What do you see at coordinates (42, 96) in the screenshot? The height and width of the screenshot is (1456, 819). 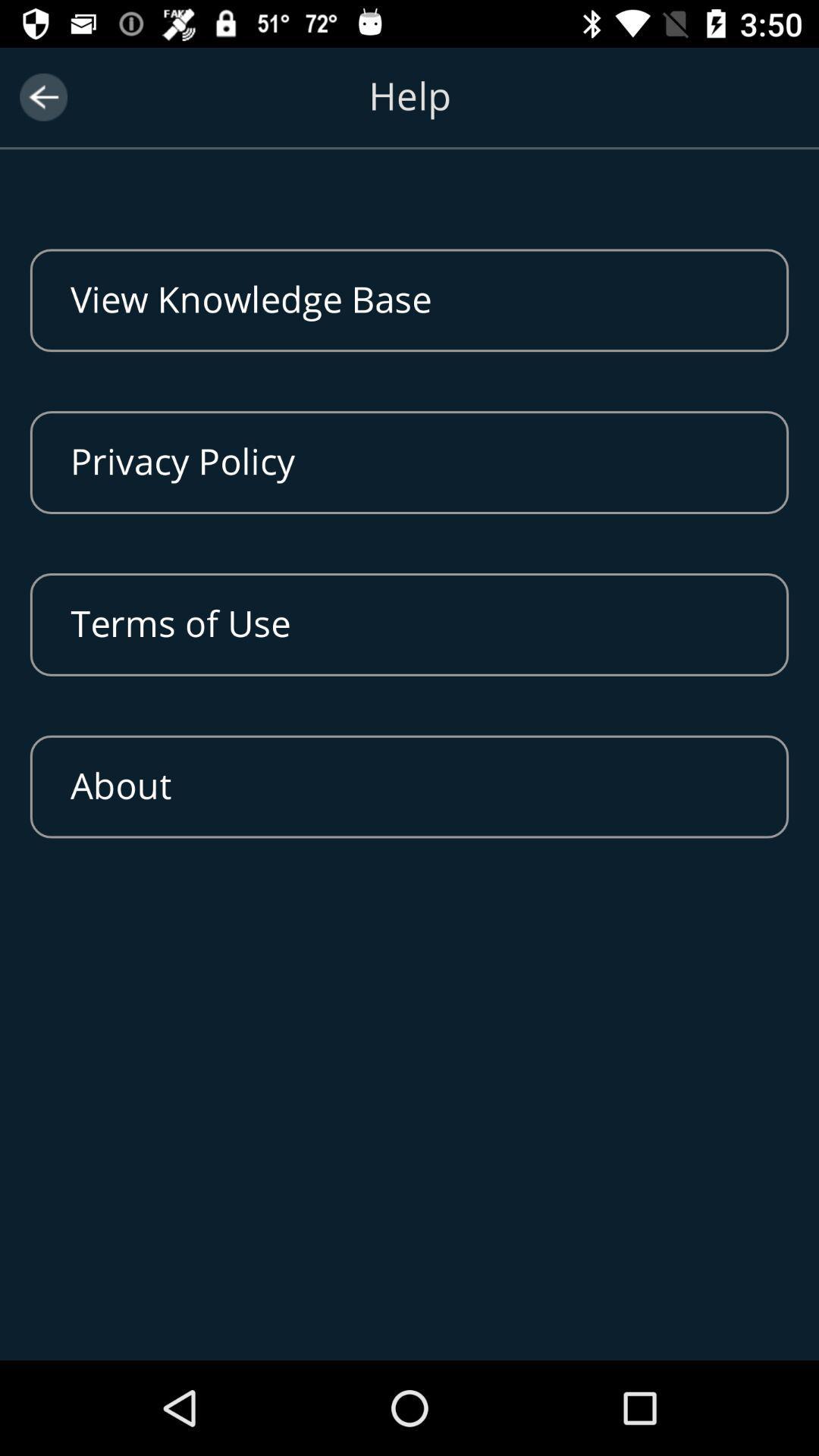 I see `the arrow_backward icon` at bounding box center [42, 96].